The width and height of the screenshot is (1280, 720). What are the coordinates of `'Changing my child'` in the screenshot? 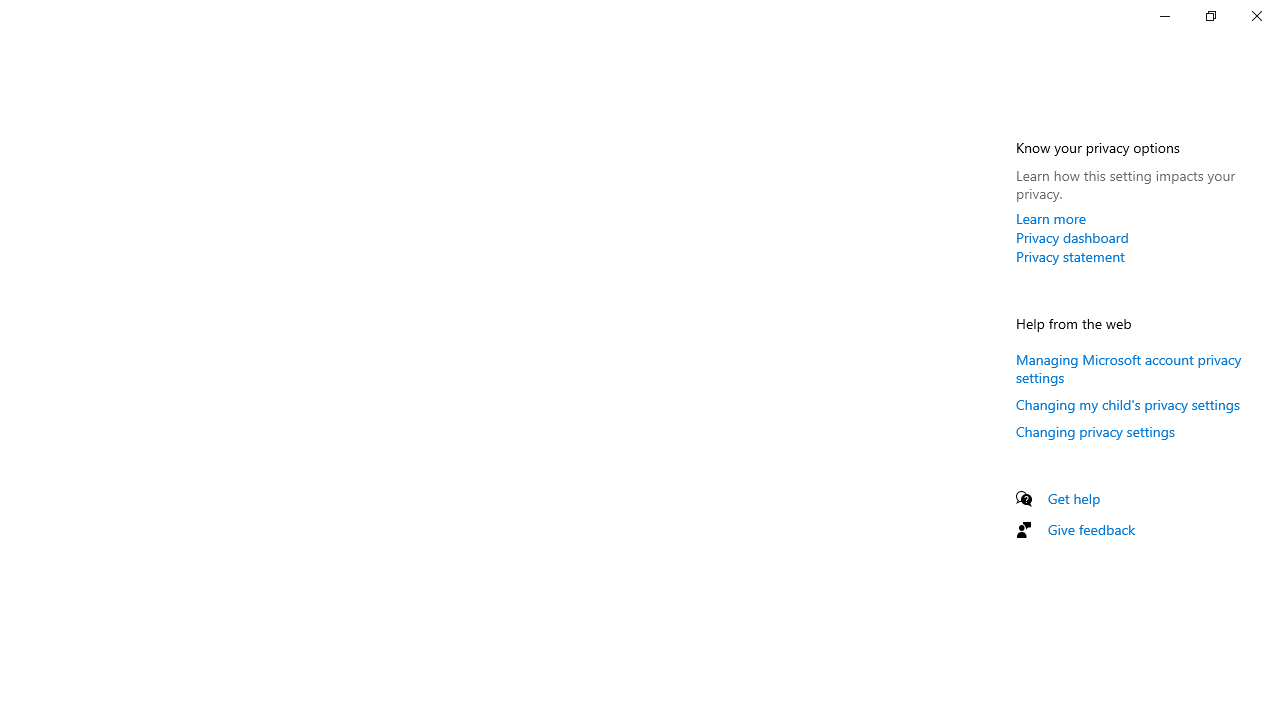 It's located at (1128, 404).